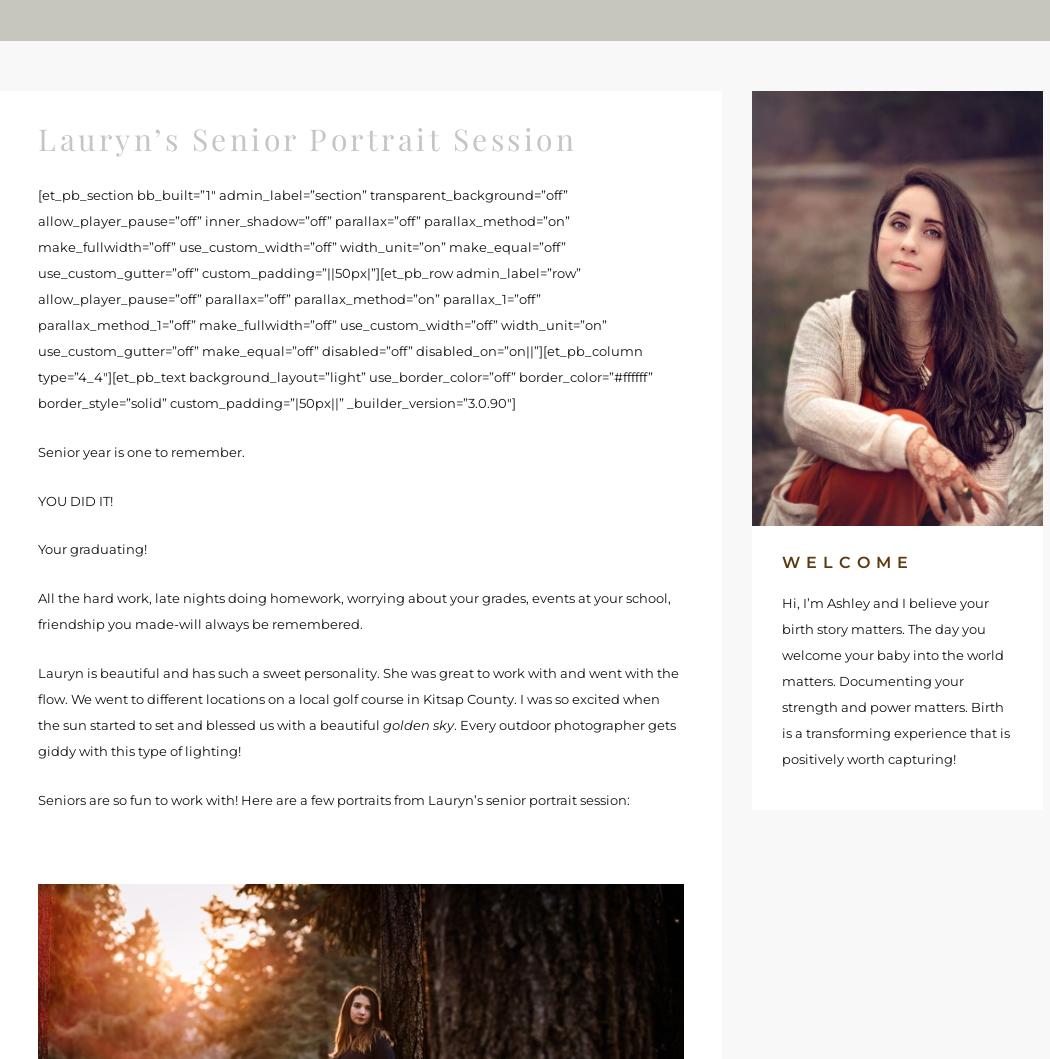 This screenshot has height=1059, width=1050. Describe the element at coordinates (571, 20) in the screenshot. I see `'EXTRAS'` at that location.